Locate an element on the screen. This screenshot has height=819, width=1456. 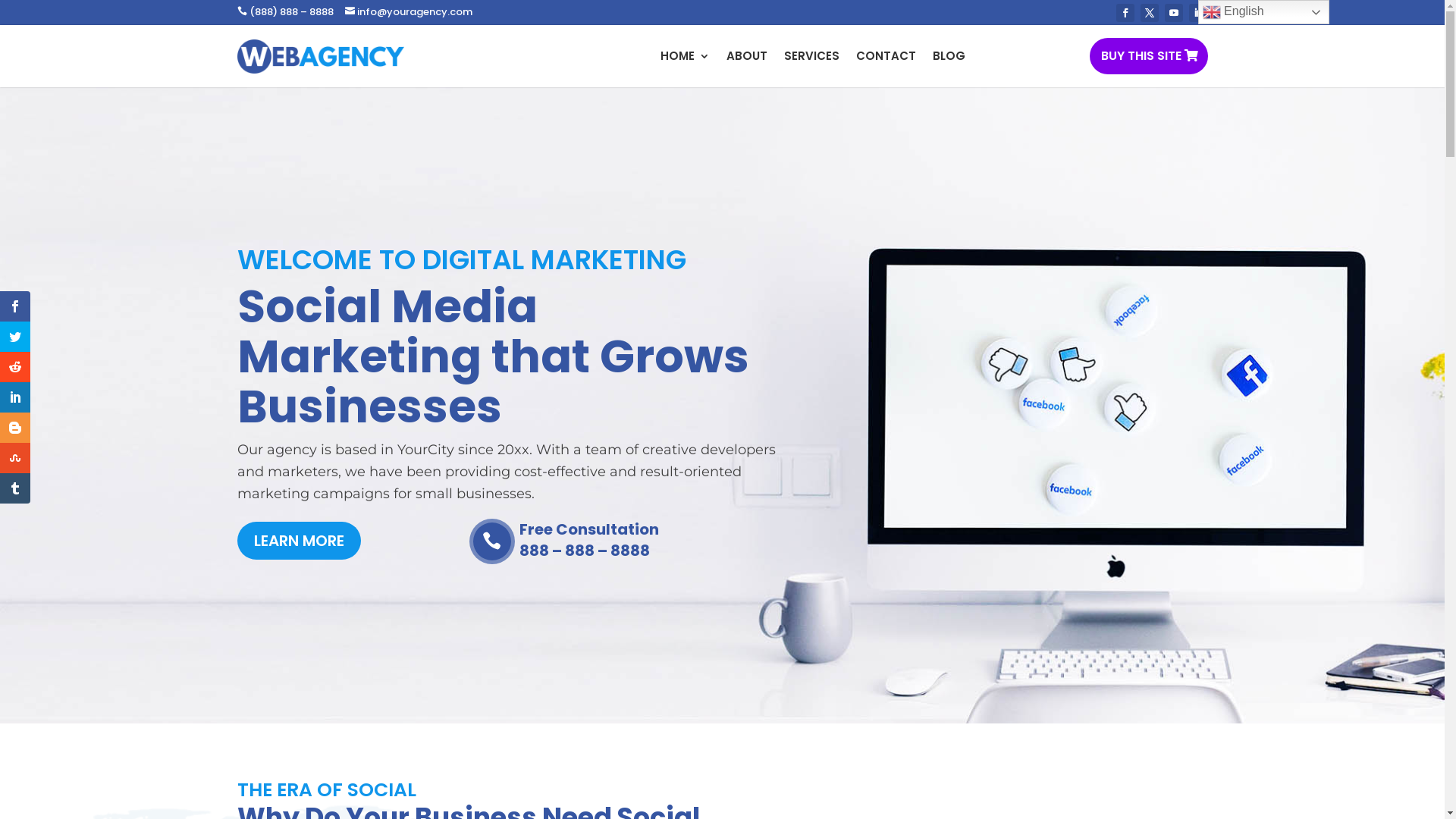
'CONTACT' is located at coordinates (885, 55).